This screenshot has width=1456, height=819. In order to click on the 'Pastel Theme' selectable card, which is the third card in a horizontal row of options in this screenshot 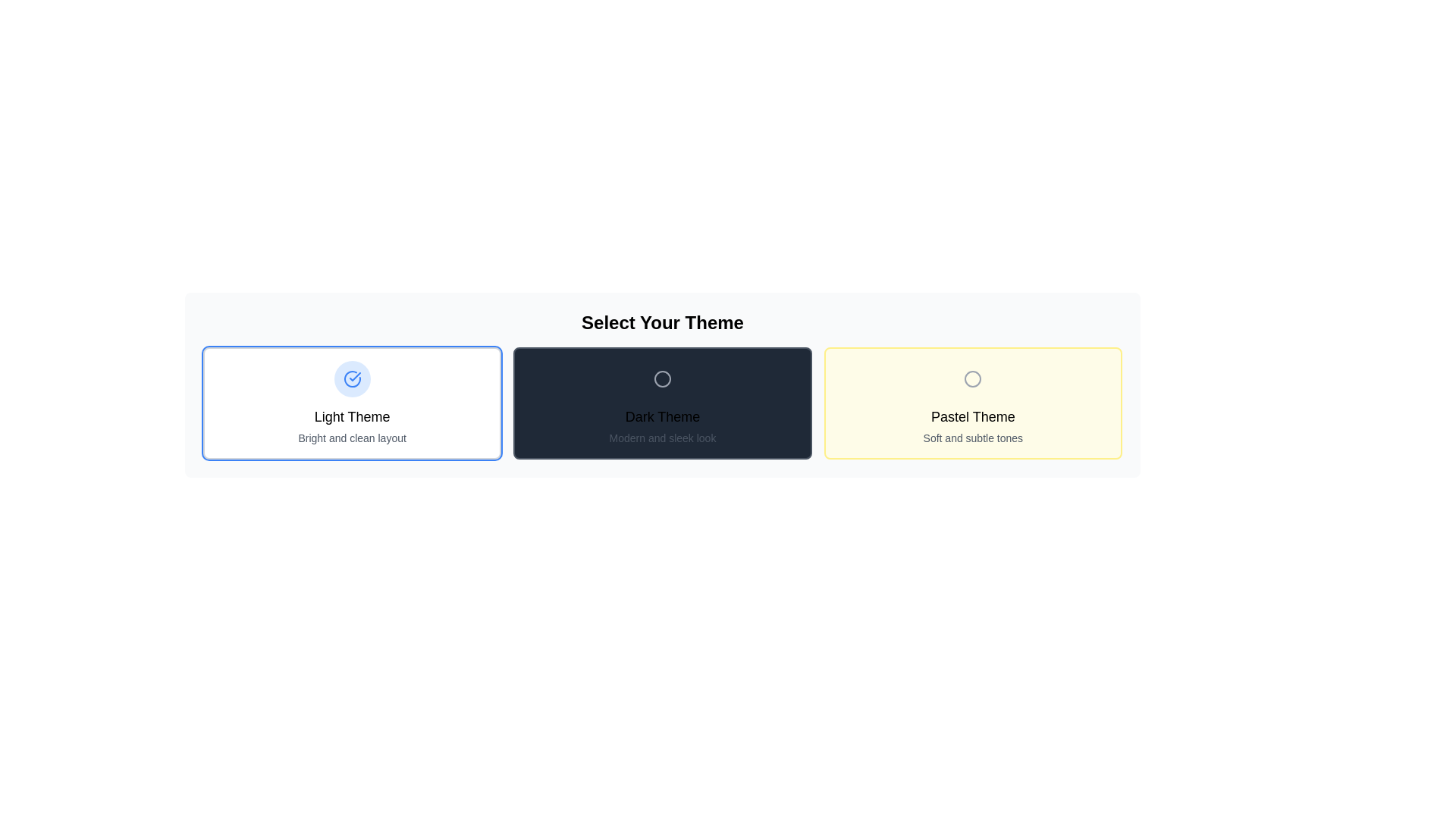, I will do `click(973, 403)`.